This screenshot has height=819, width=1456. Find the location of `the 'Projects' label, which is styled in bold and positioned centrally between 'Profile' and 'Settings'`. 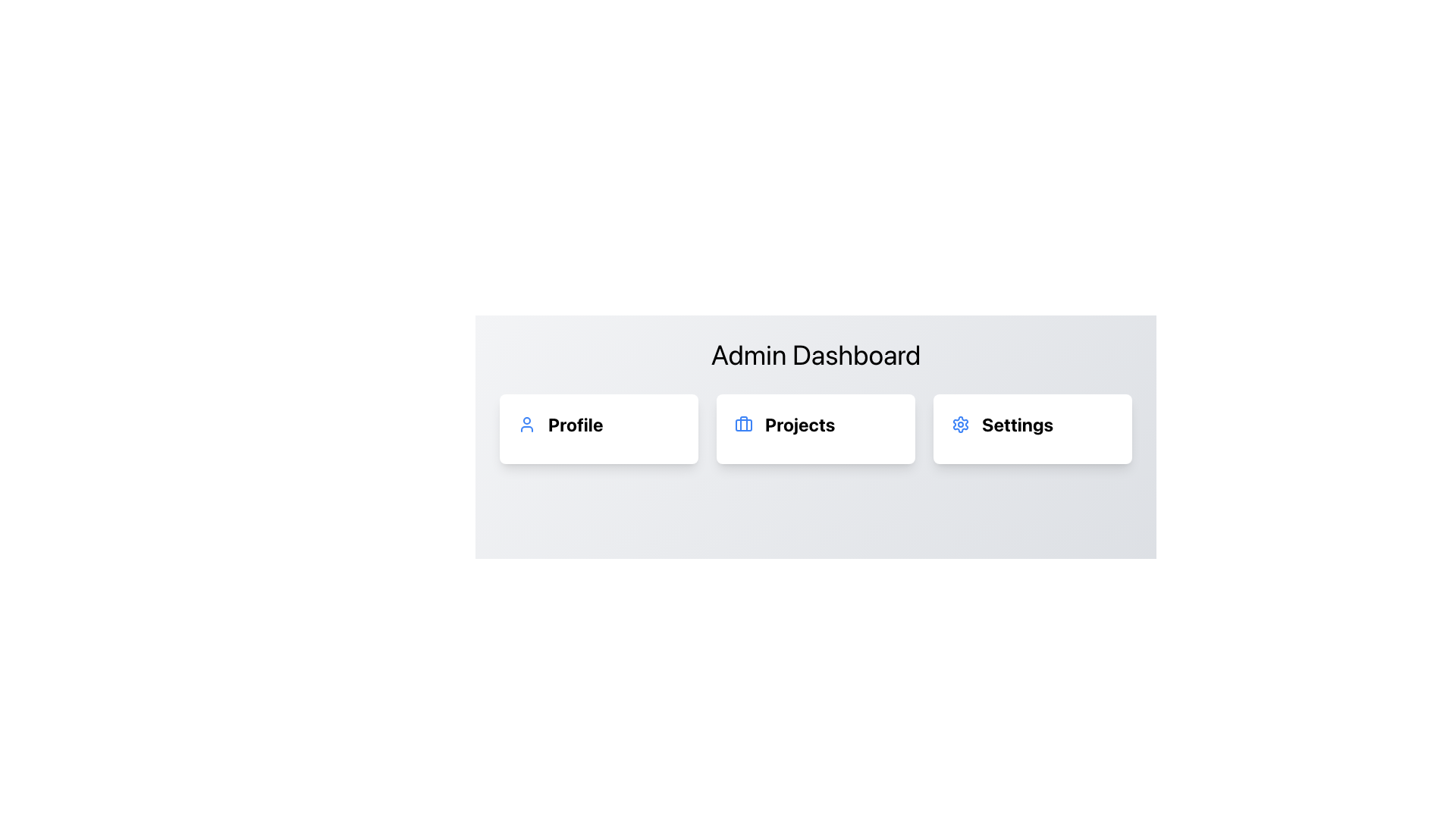

the 'Projects' label, which is styled in bold and positioned centrally between 'Profile' and 'Settings' is located at coordinates (814, 424).